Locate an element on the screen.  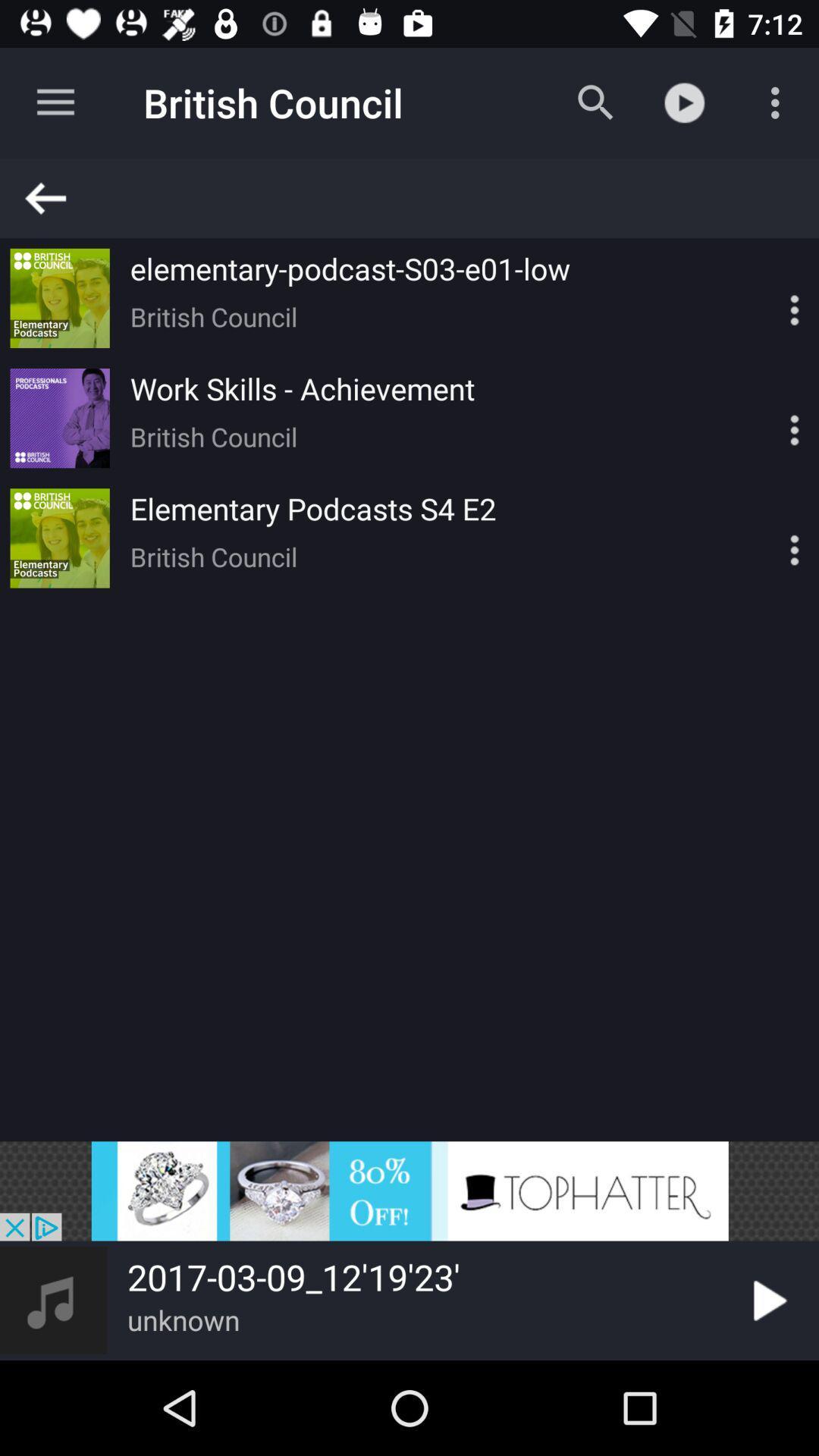
the song is located at coordinates (767, 1300).